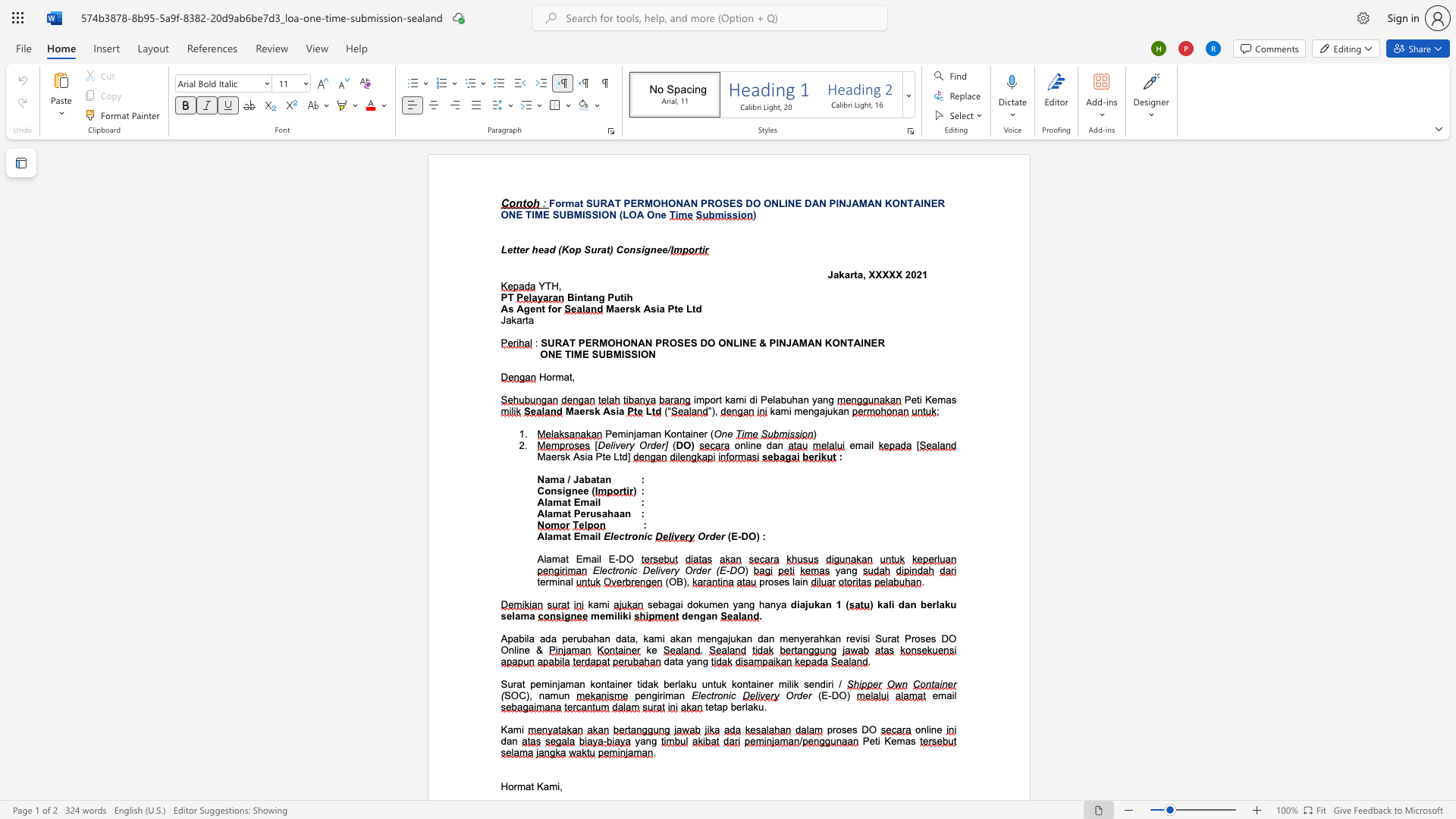 The image size is (1456, 819). Describe the element at coordinates (930, 399) in the screenshot. I see `the subset text "ema" within the text "Peti Kemas"` at that location.